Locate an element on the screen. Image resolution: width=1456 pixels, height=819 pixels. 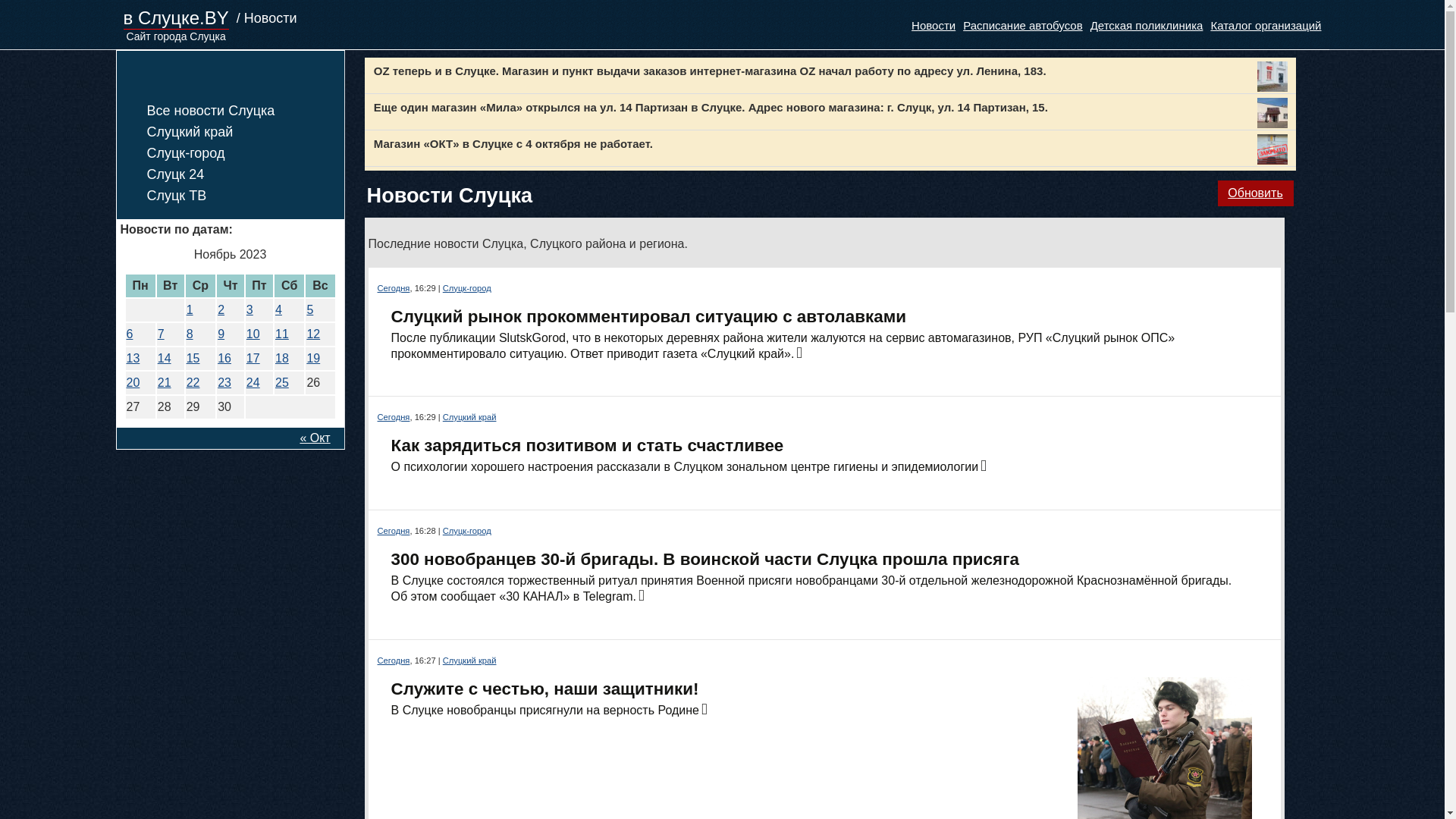
'5' is located at coordinates (309, 309).